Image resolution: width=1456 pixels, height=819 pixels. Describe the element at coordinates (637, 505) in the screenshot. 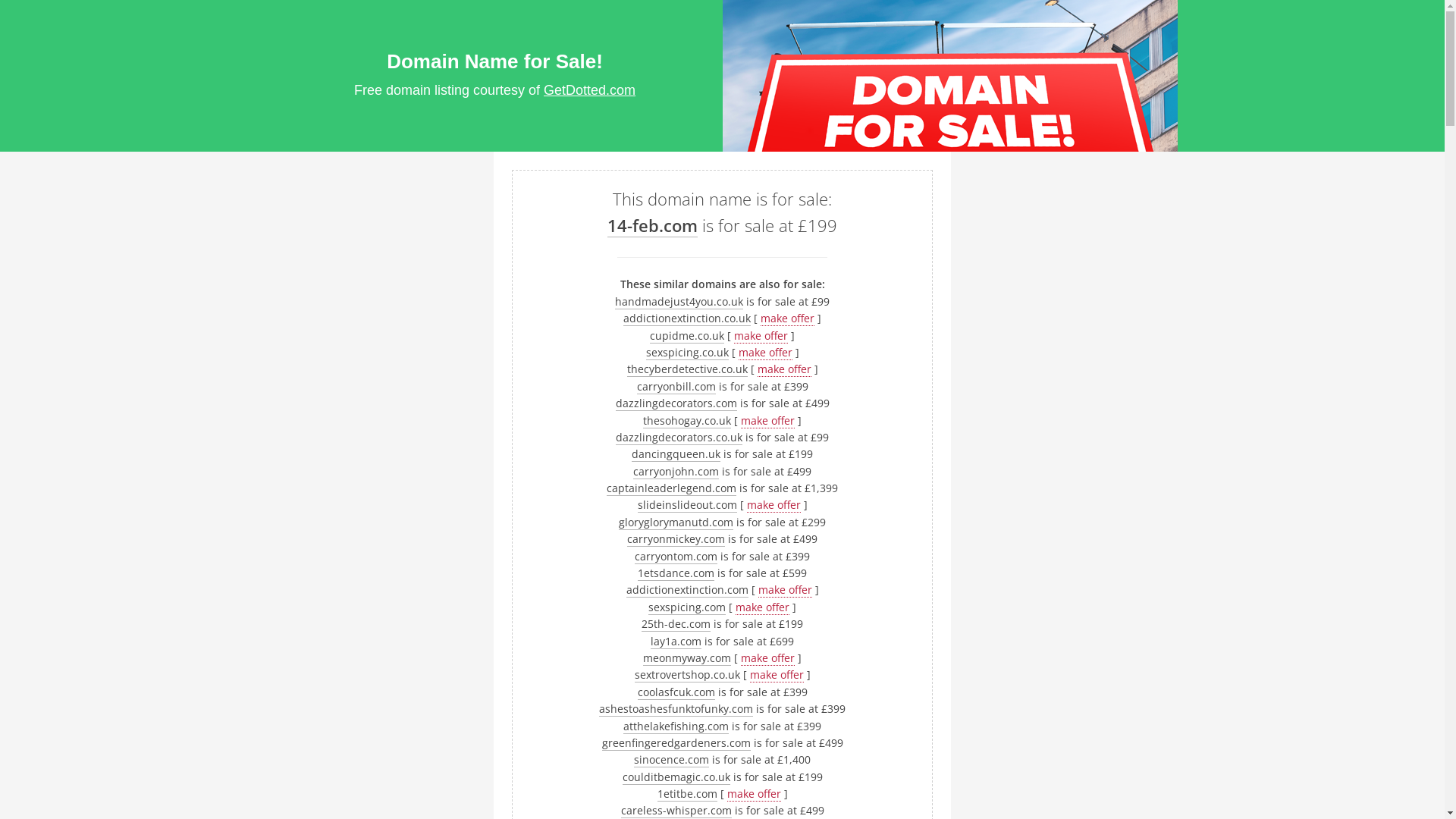

I see `'slideinslideout.com'` at that location.